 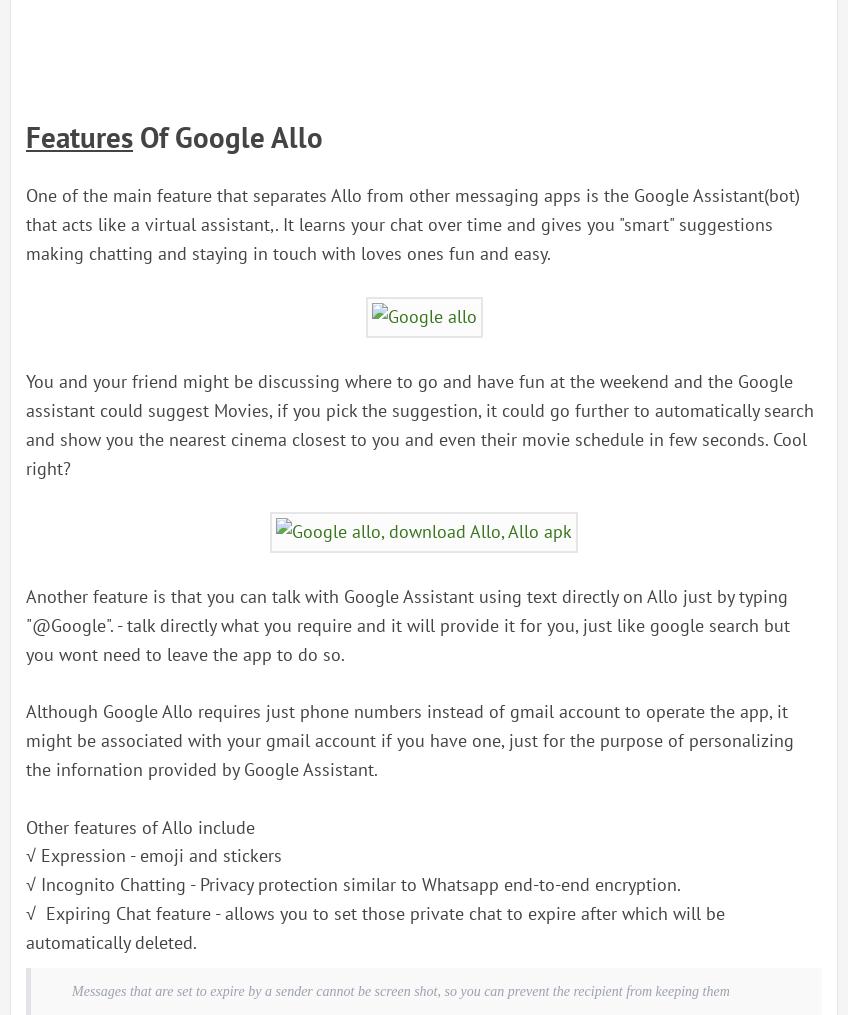 I want to click on 'Another feature is that you can talk with Google Assistant using text directly on Allo just by typing "@Google". - talk directly what you require and it will provide it for you, just like google search but you wont need to leave the app to do so.', so click(x=25, y=624).